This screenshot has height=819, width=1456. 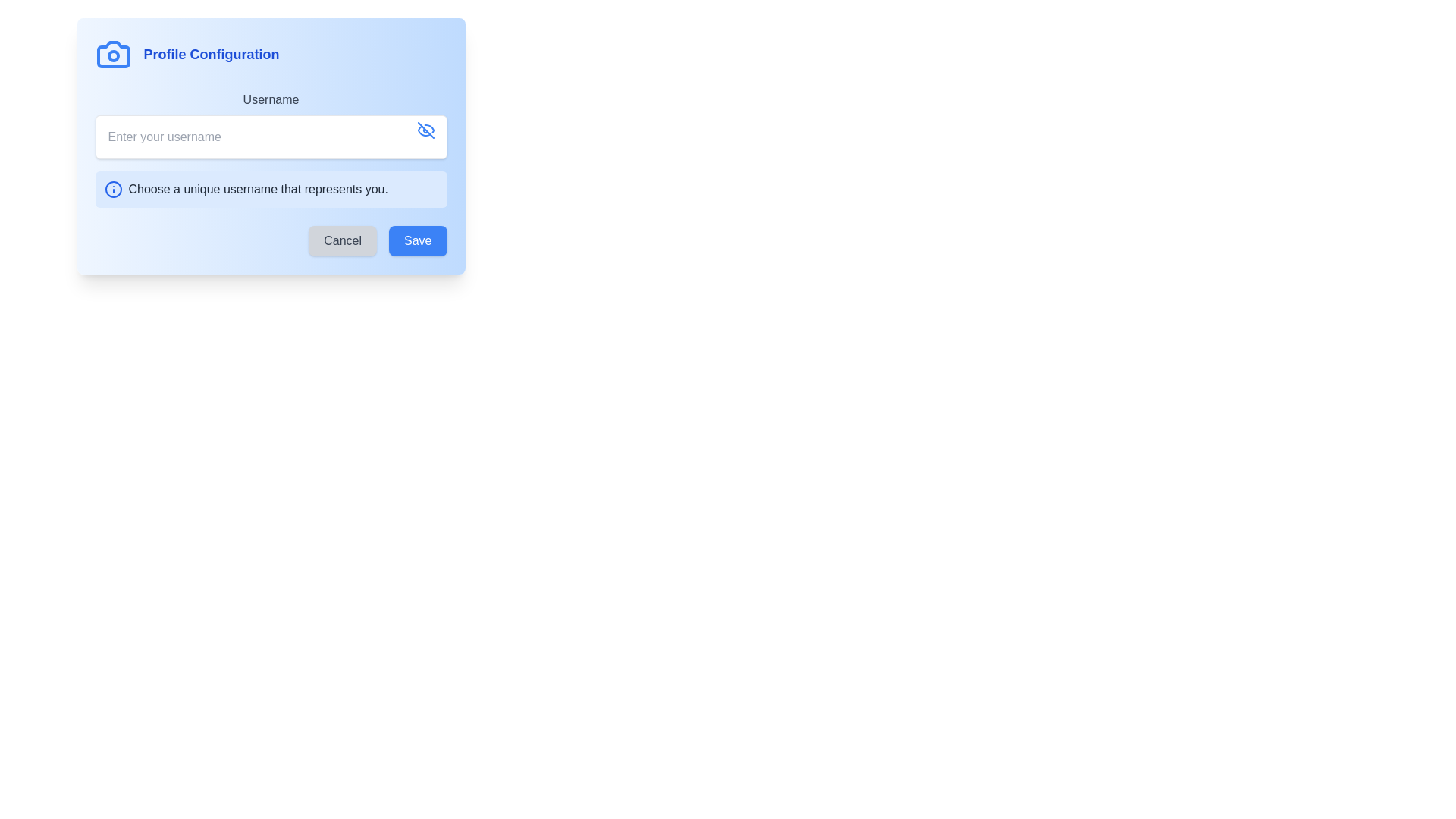 What do you see at coordinates (210, 54) in the screenshot?
I see `the static text element labeled 'Profile Configuration' which serves as a header to associate it with its related content` at bounding box center [210, 54].